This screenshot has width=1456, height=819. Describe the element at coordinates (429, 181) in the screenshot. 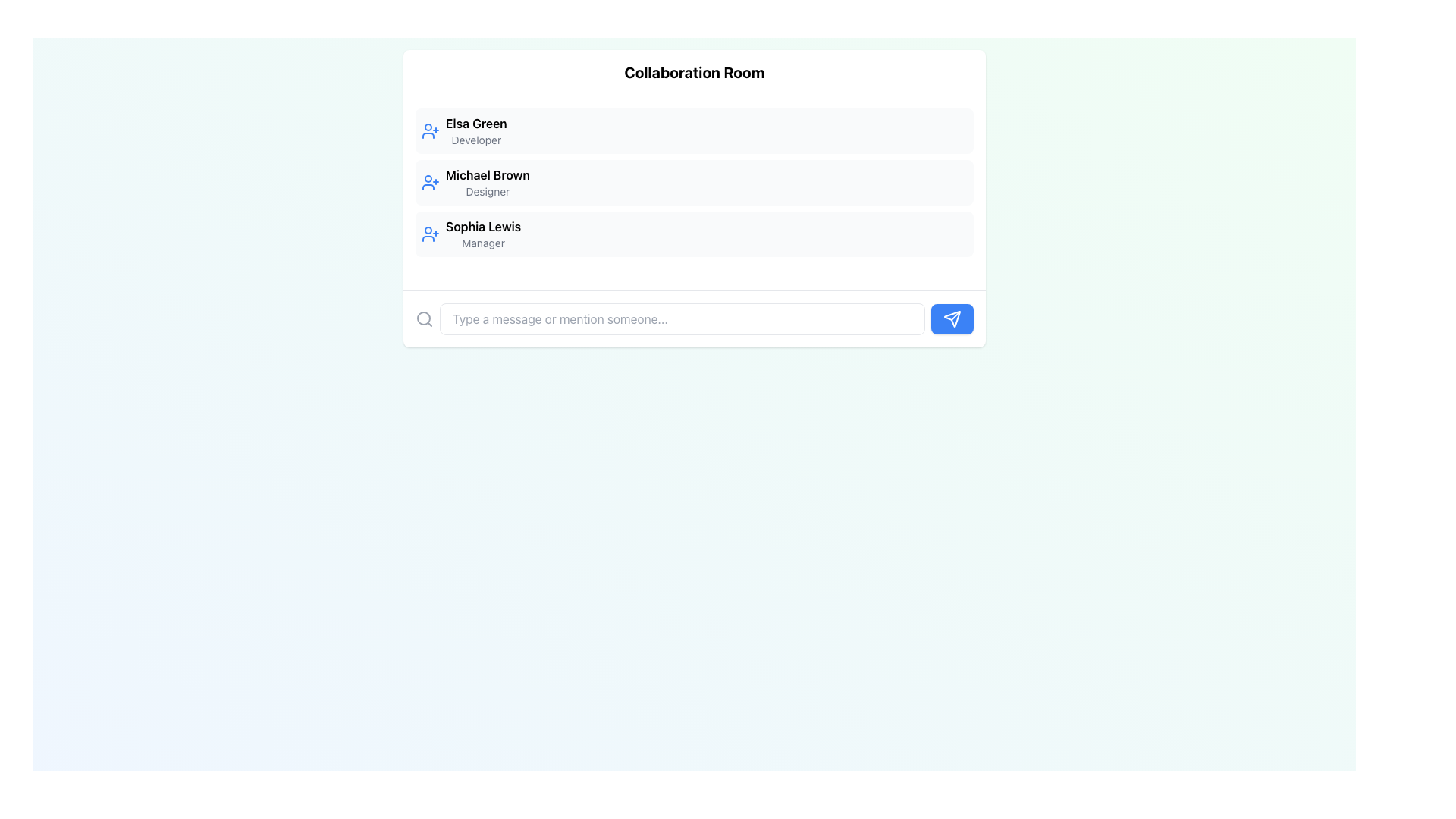

I see `the icon button located on the left side of the entry for 'Michael Brown, Designer' in the second entry of the 'Collaboration Room' section` at that location.